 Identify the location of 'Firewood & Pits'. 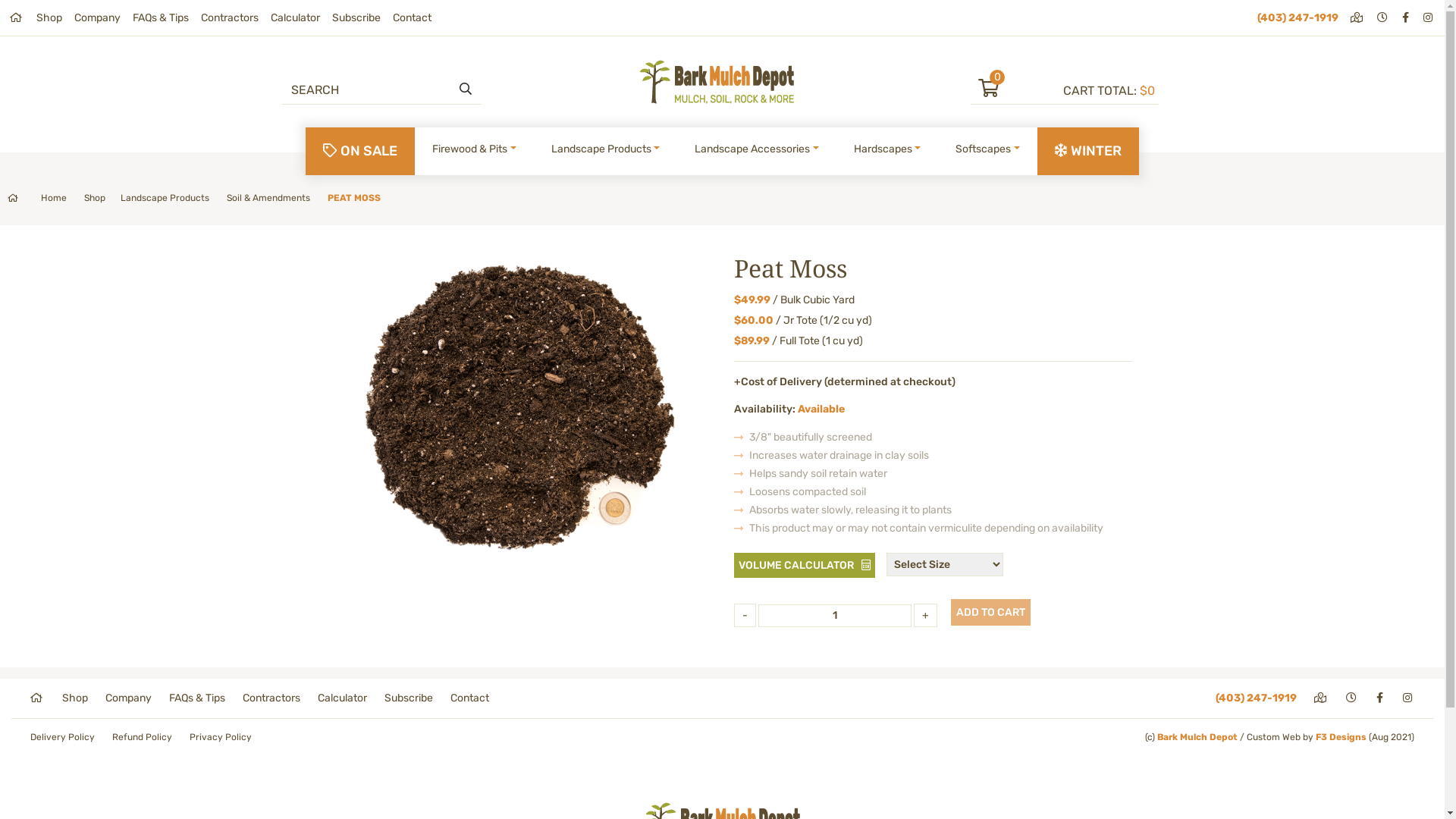
(473, 149).